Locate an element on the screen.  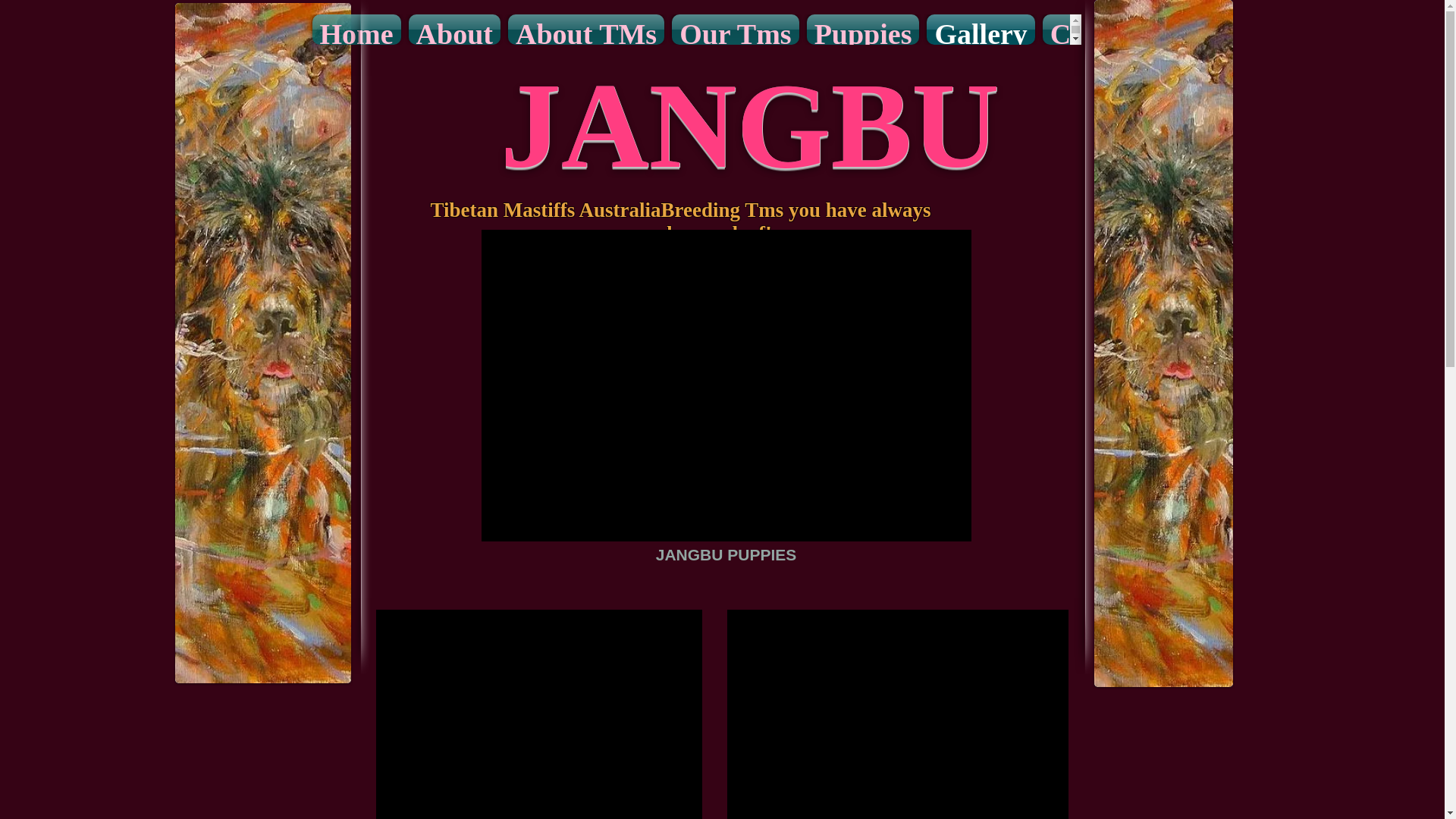
'Contact' is located at coordinates (1097, 29).